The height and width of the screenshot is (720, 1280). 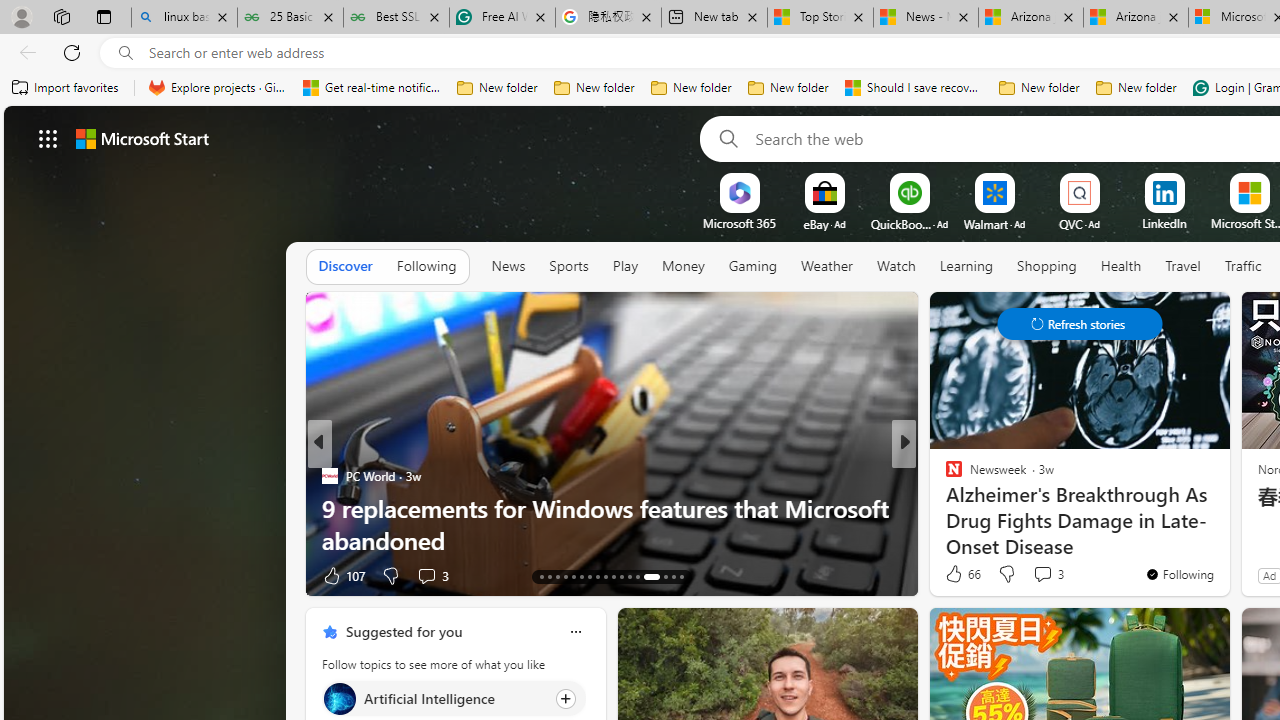 What do you see at coordinates (1041, 573) in the screenshot?
I see `'View comments 3 Comment'` at bounding box center [1041, 573].